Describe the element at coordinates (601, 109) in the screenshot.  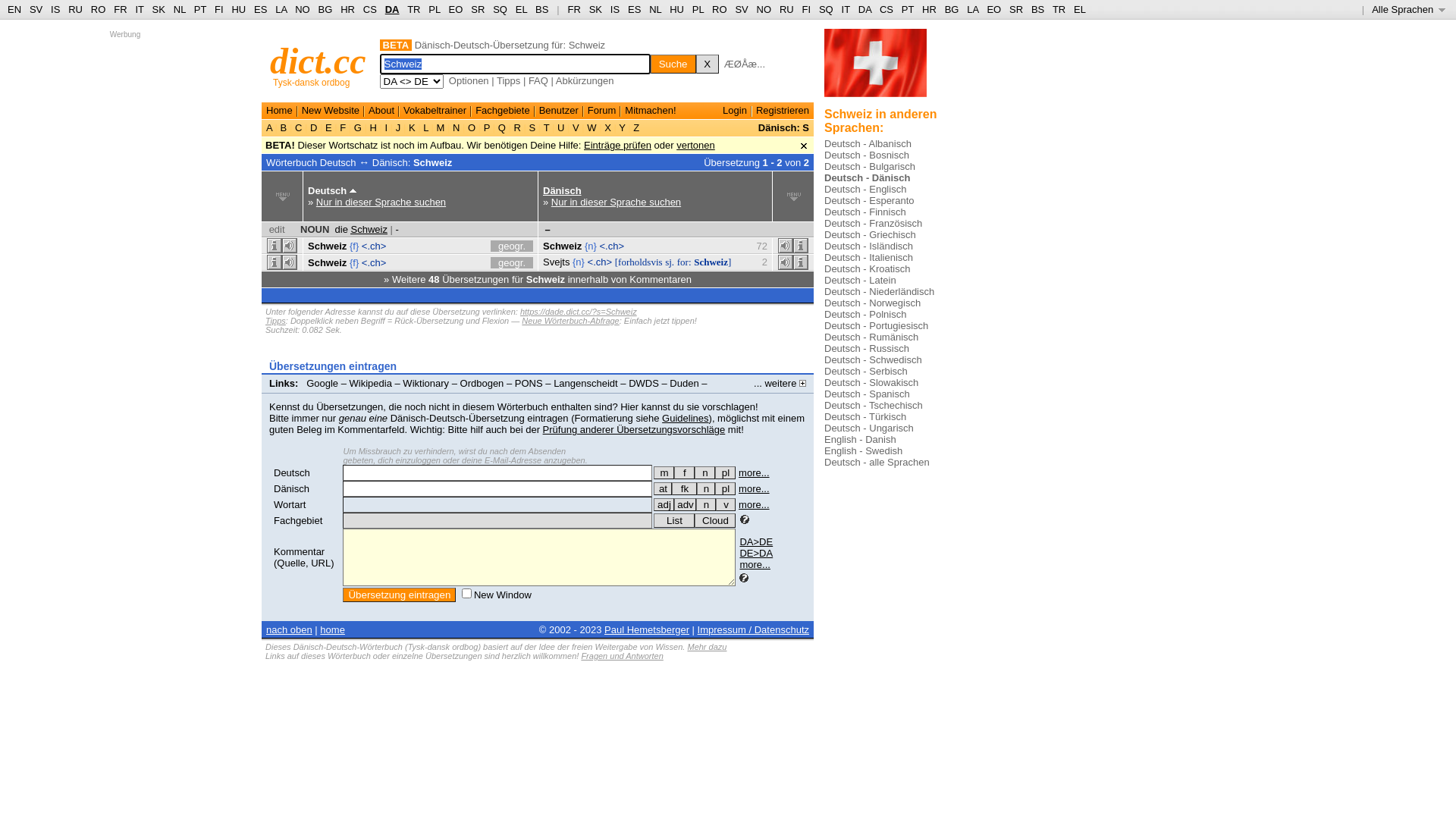
I see `'Forum'` at that location.